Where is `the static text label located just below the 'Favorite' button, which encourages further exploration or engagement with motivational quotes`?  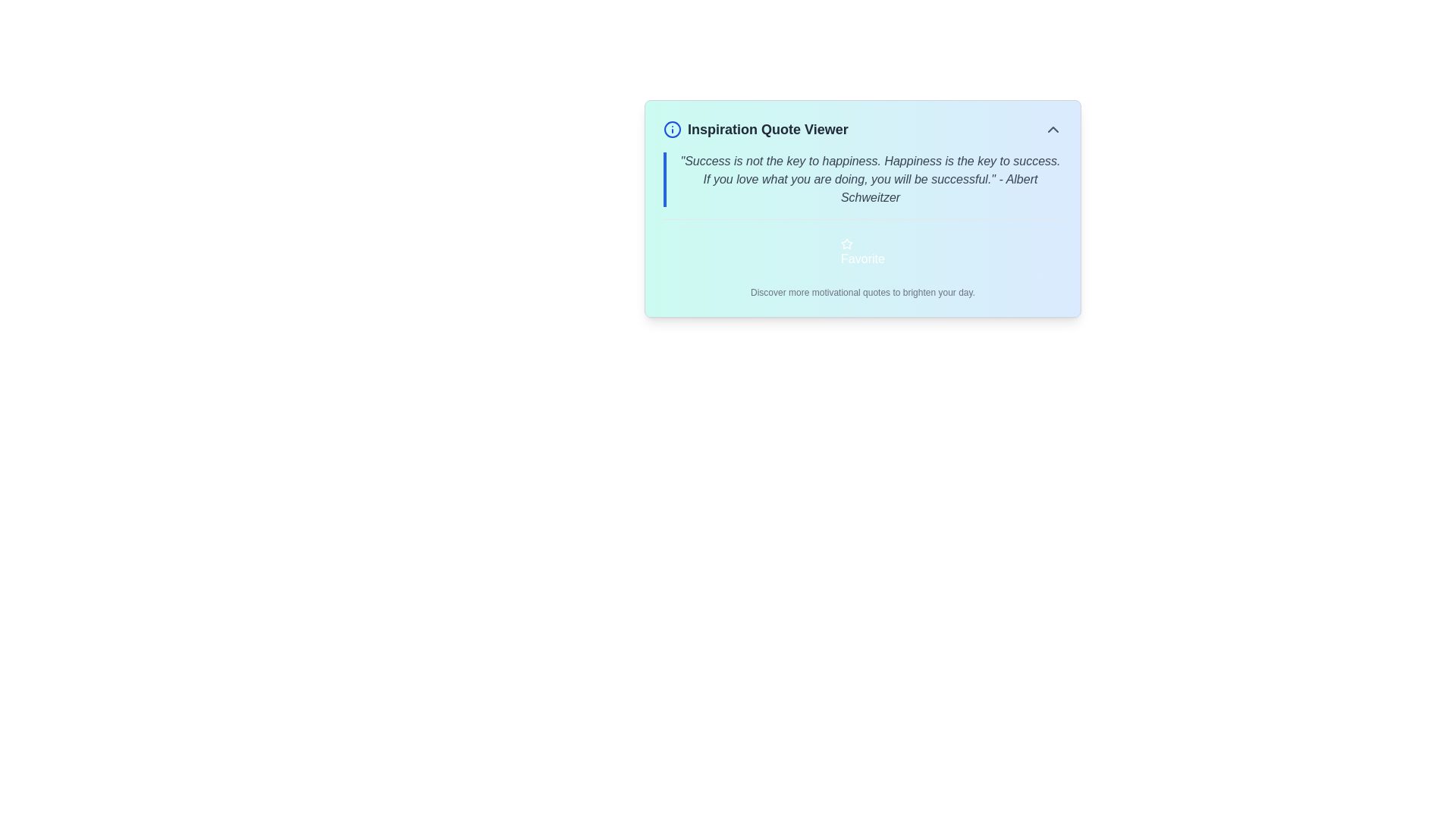
the static text label located just below the 'Favorite' button, which encourages further exploration or engagement with motivational quotes is located at coordinates (862, 292).